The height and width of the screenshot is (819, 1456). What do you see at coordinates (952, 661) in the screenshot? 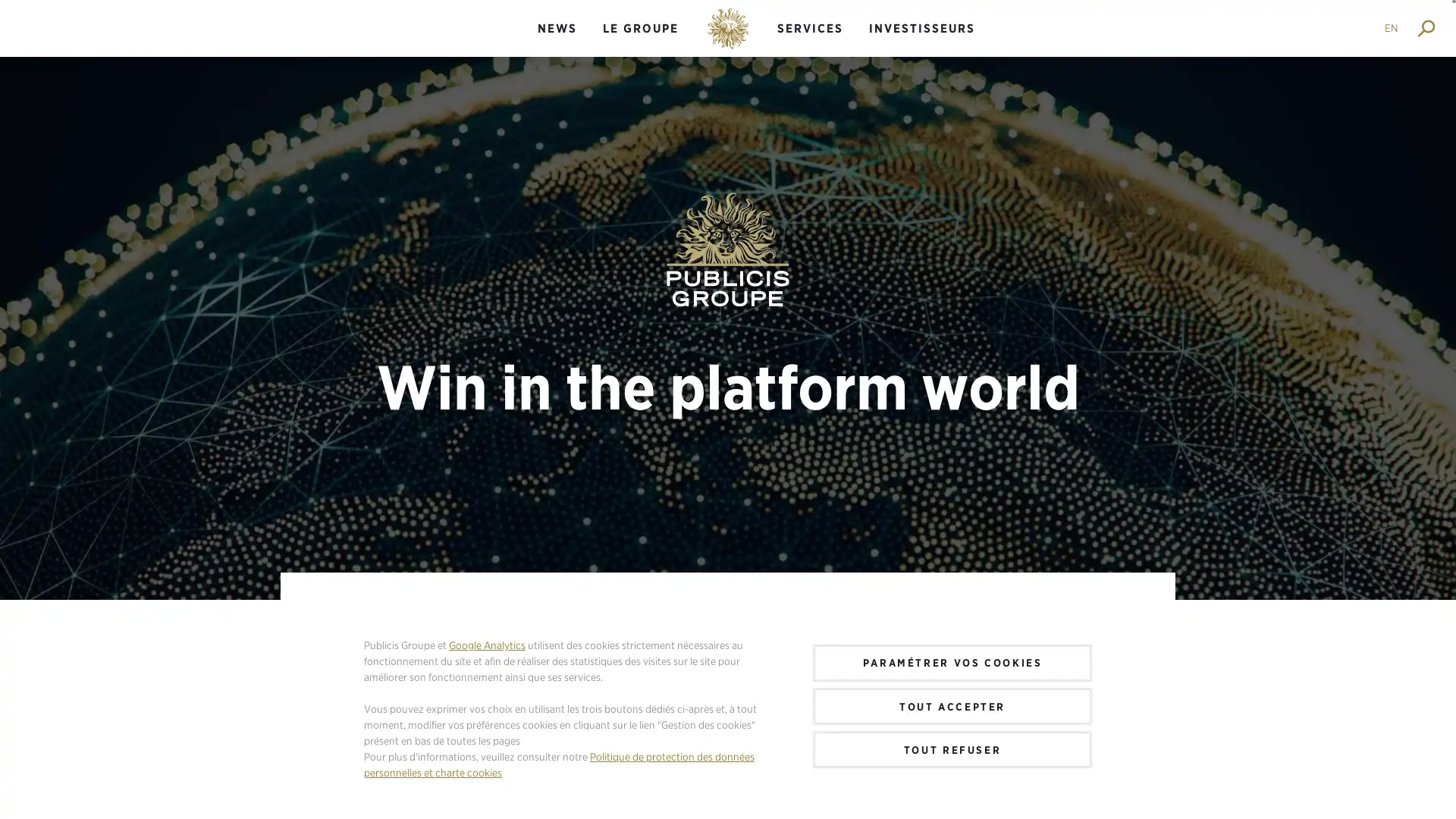
I see `PARAMETRER VOS COOKIES PARAMETRER VOS COOKIES` at bounding box center [952, 661].